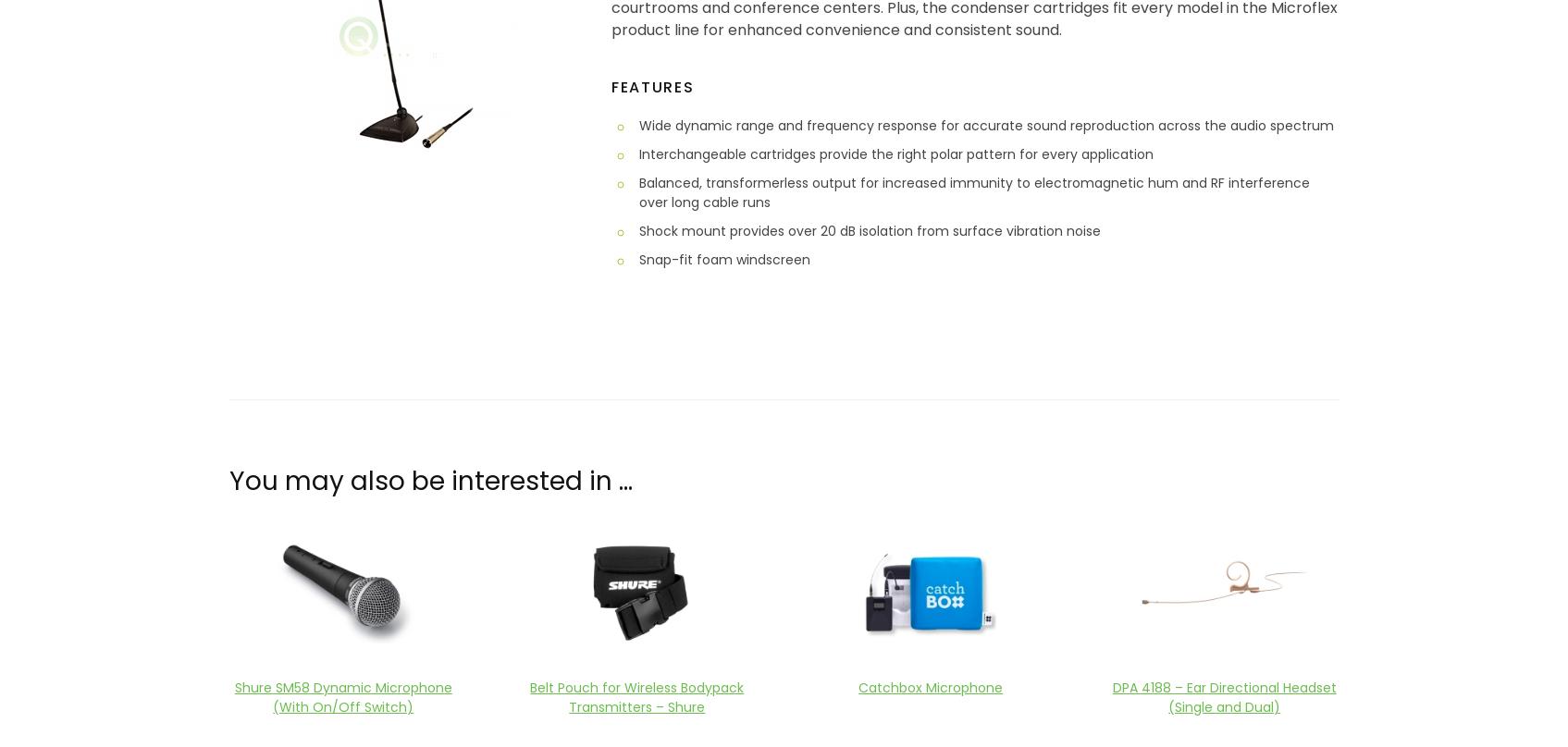  I want to click on 'Shock mount provides over 20 dB isolation from surface vibration noise', so click(869, 230).